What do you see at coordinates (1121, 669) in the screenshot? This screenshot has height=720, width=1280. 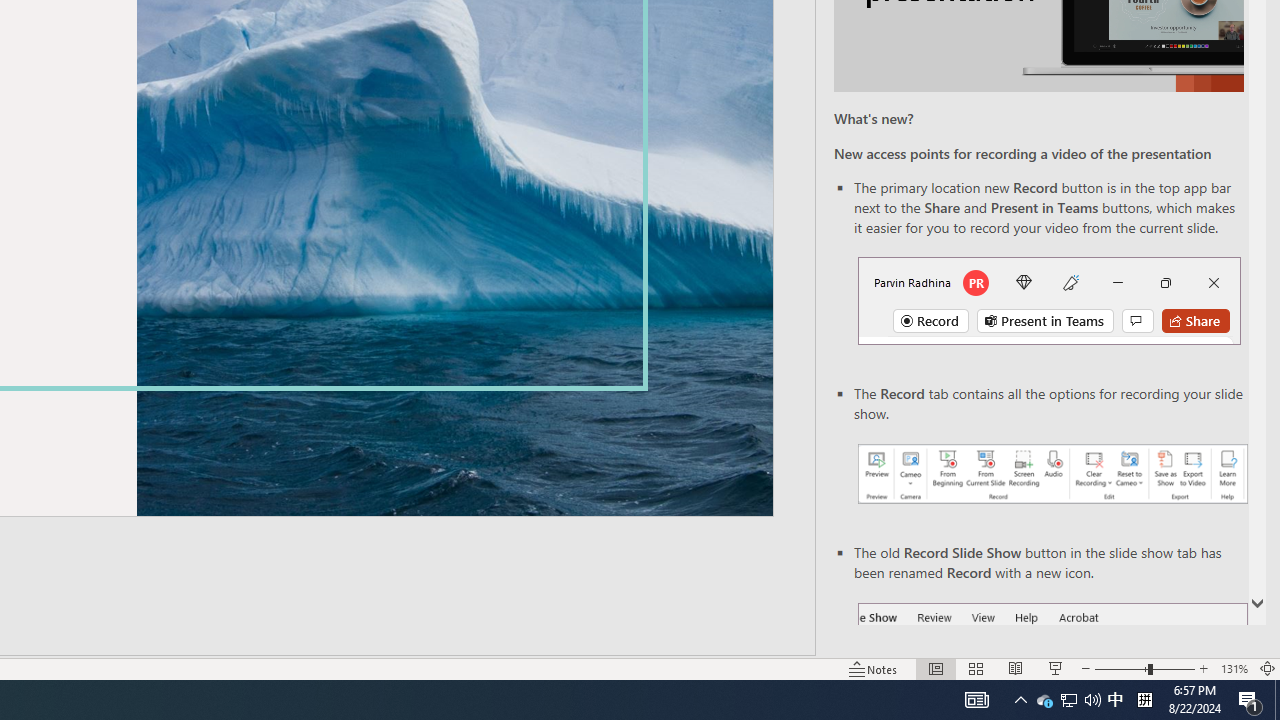 I see `'Zoom Out'` at bounding box center [1121, 669].